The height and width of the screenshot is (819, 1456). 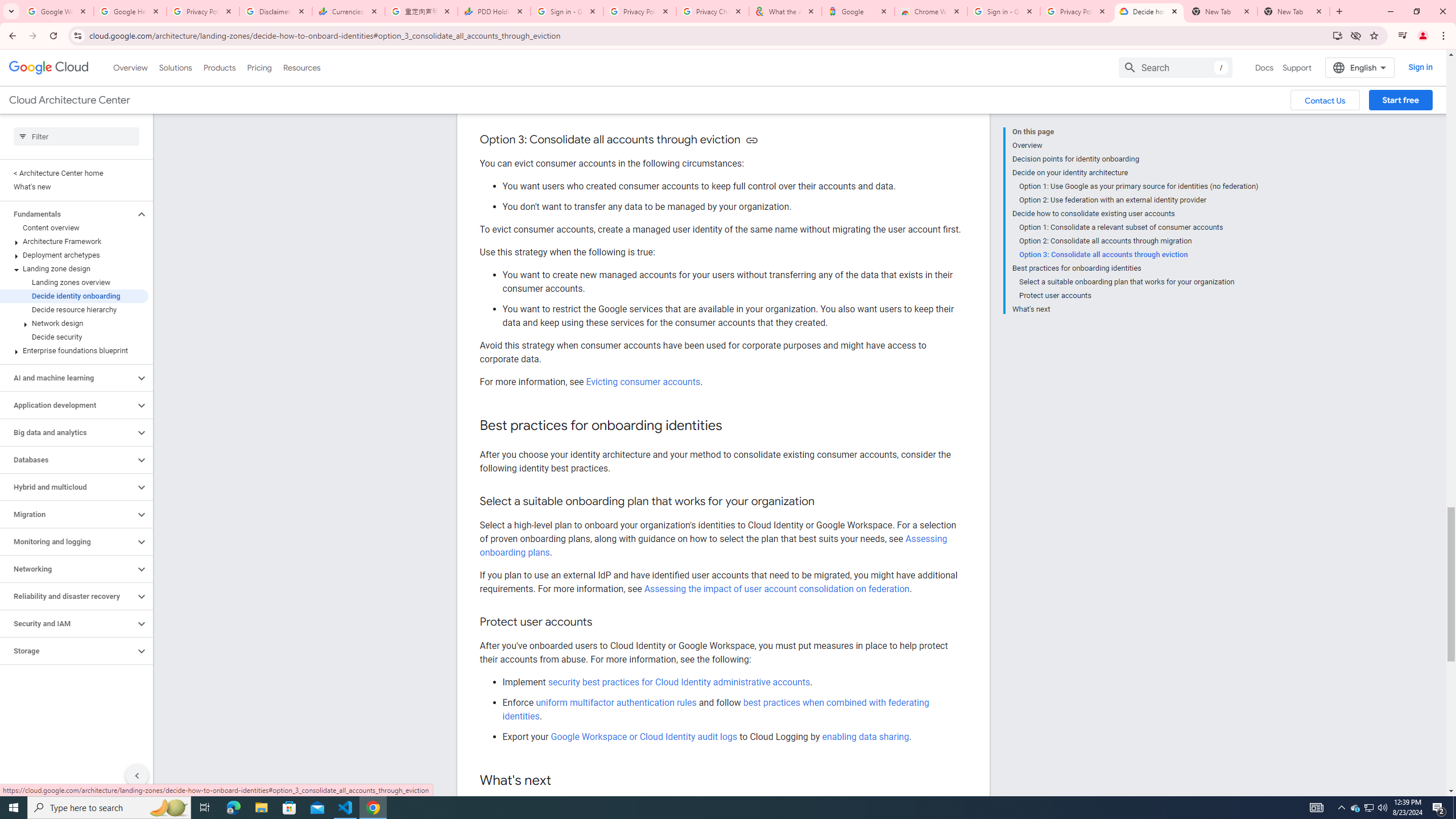 I want to click on 'Type to filter', so click(x=76, y=136).